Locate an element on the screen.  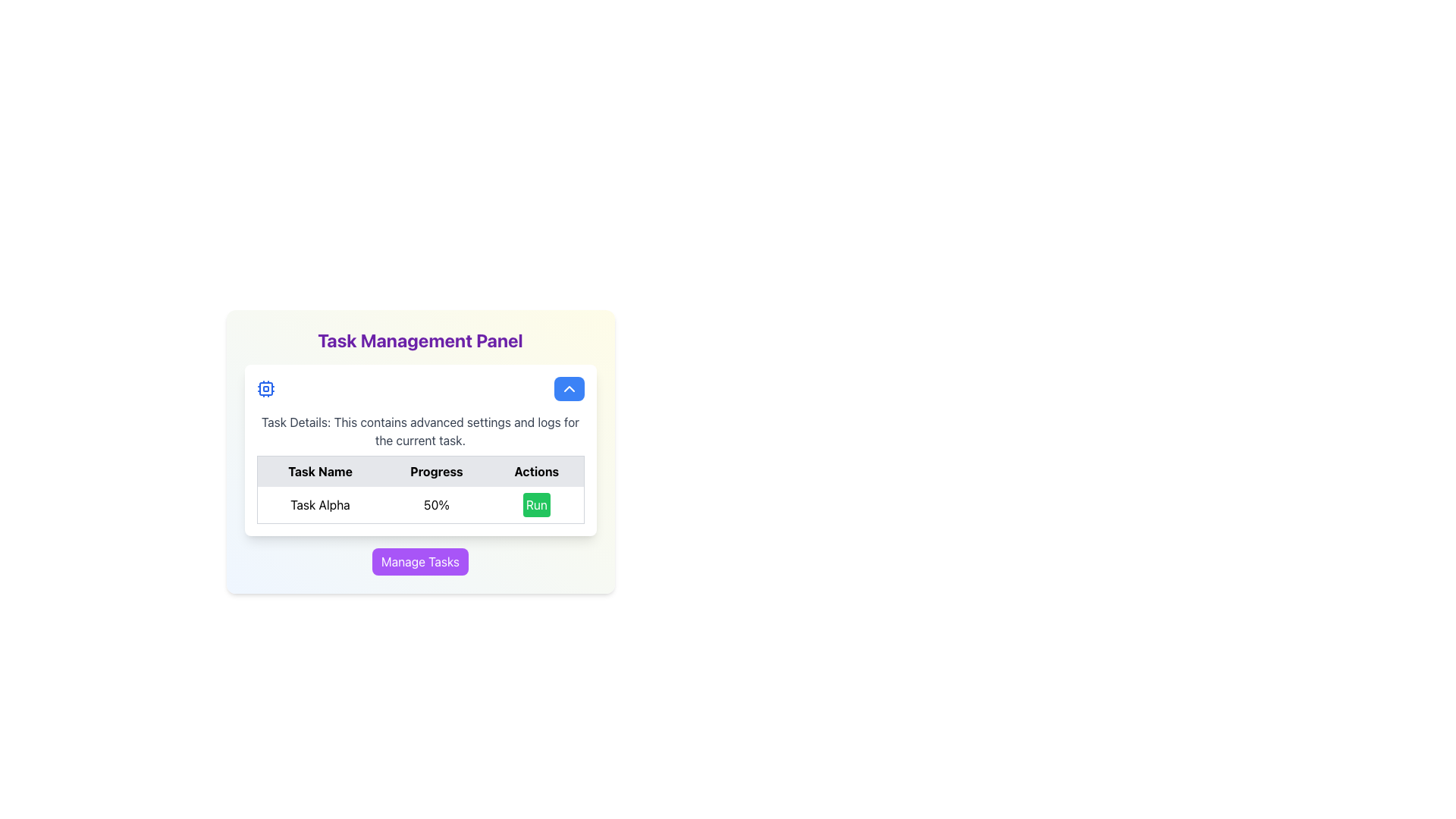
the blue rectangular button with a white upward arrow icon, located in the top-right corner of the 'Task Management Panel' is located at coordinates (568, 388).